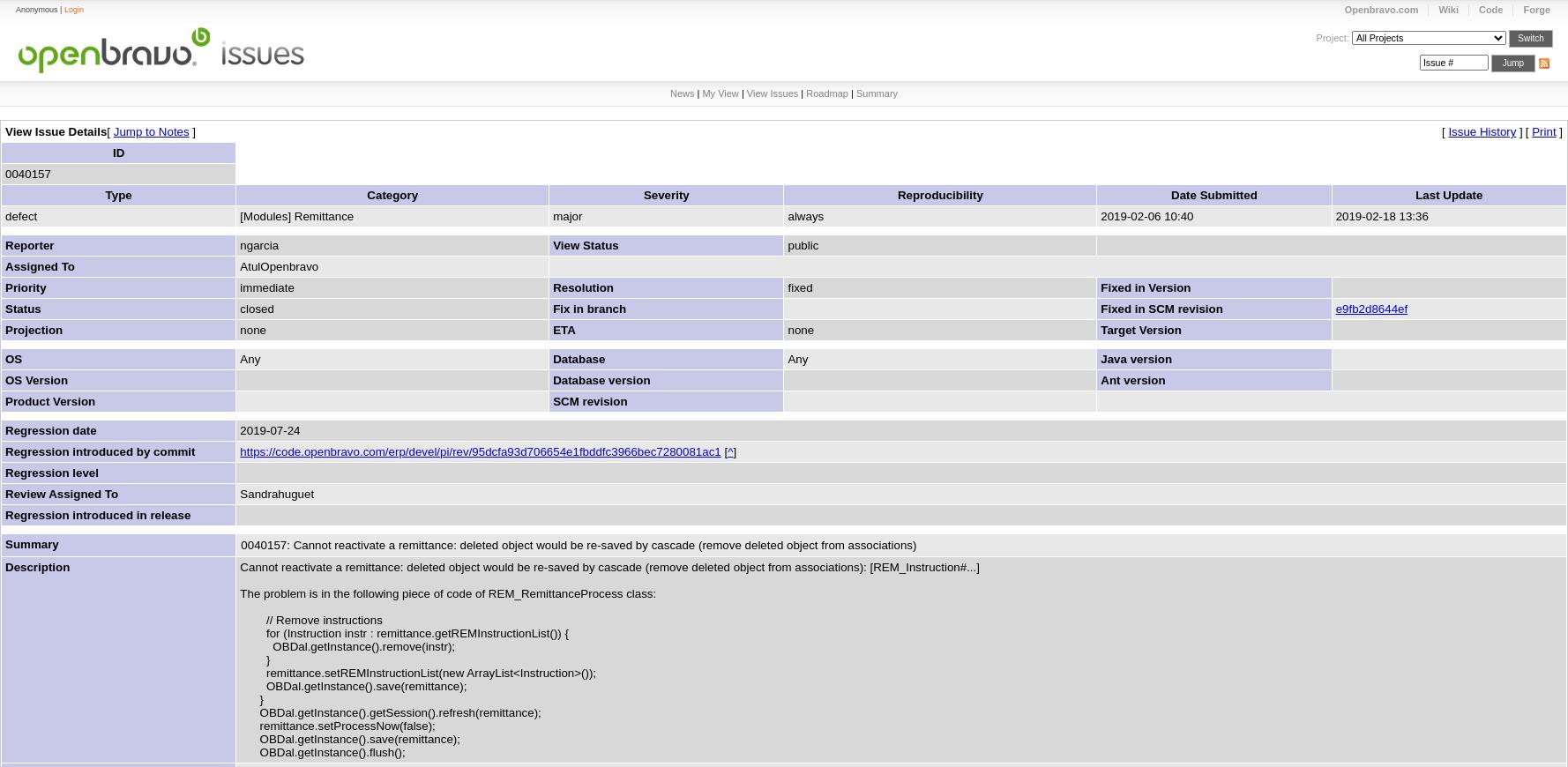  Describe the element at coordinates (259, 245) in the screenshot. I see `'ngarcia'` at that location.